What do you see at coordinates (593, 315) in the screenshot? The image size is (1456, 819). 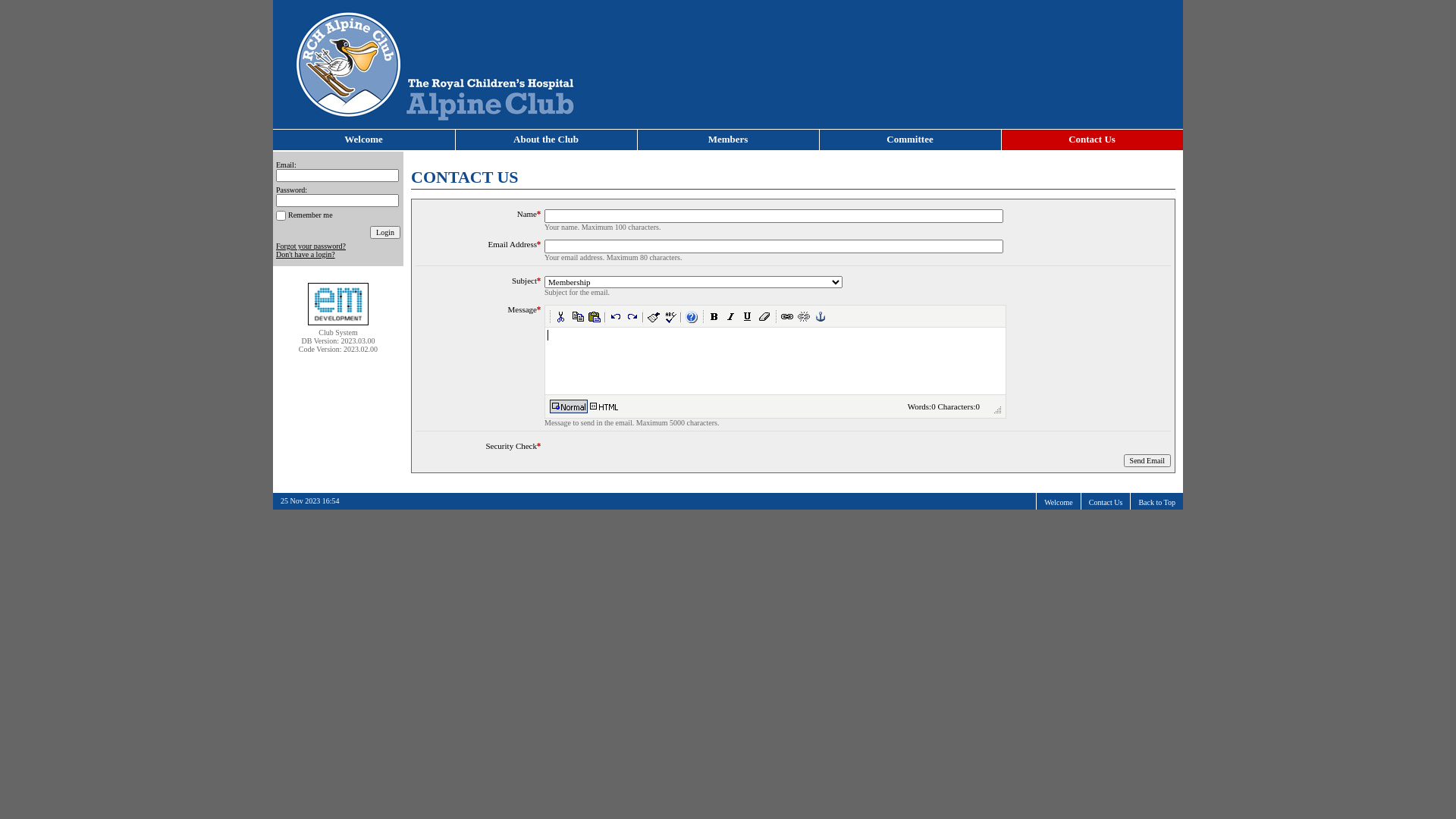 I see `'Paste'` at bounding box center [593, 315].